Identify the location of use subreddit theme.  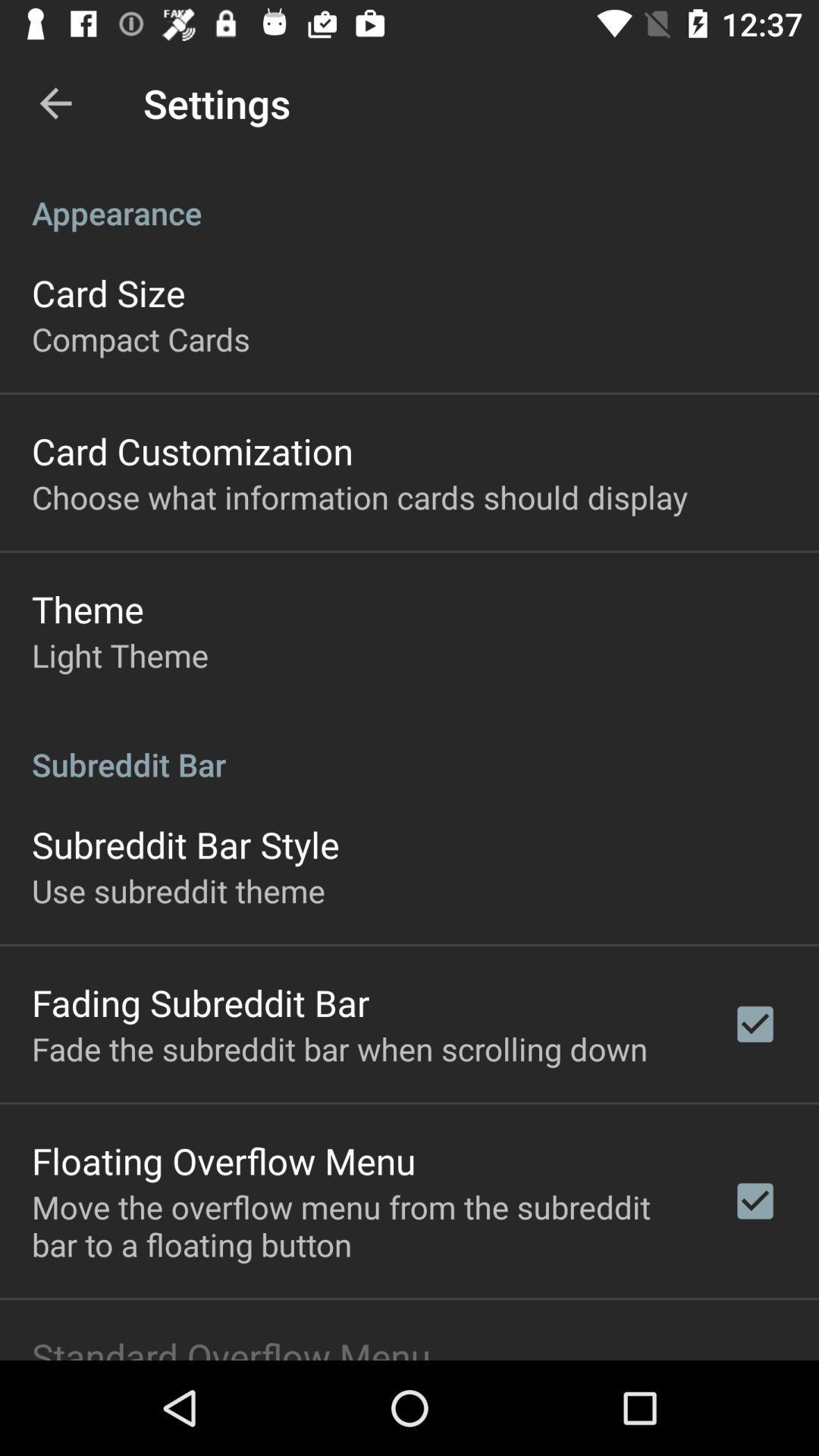
(177, 890).